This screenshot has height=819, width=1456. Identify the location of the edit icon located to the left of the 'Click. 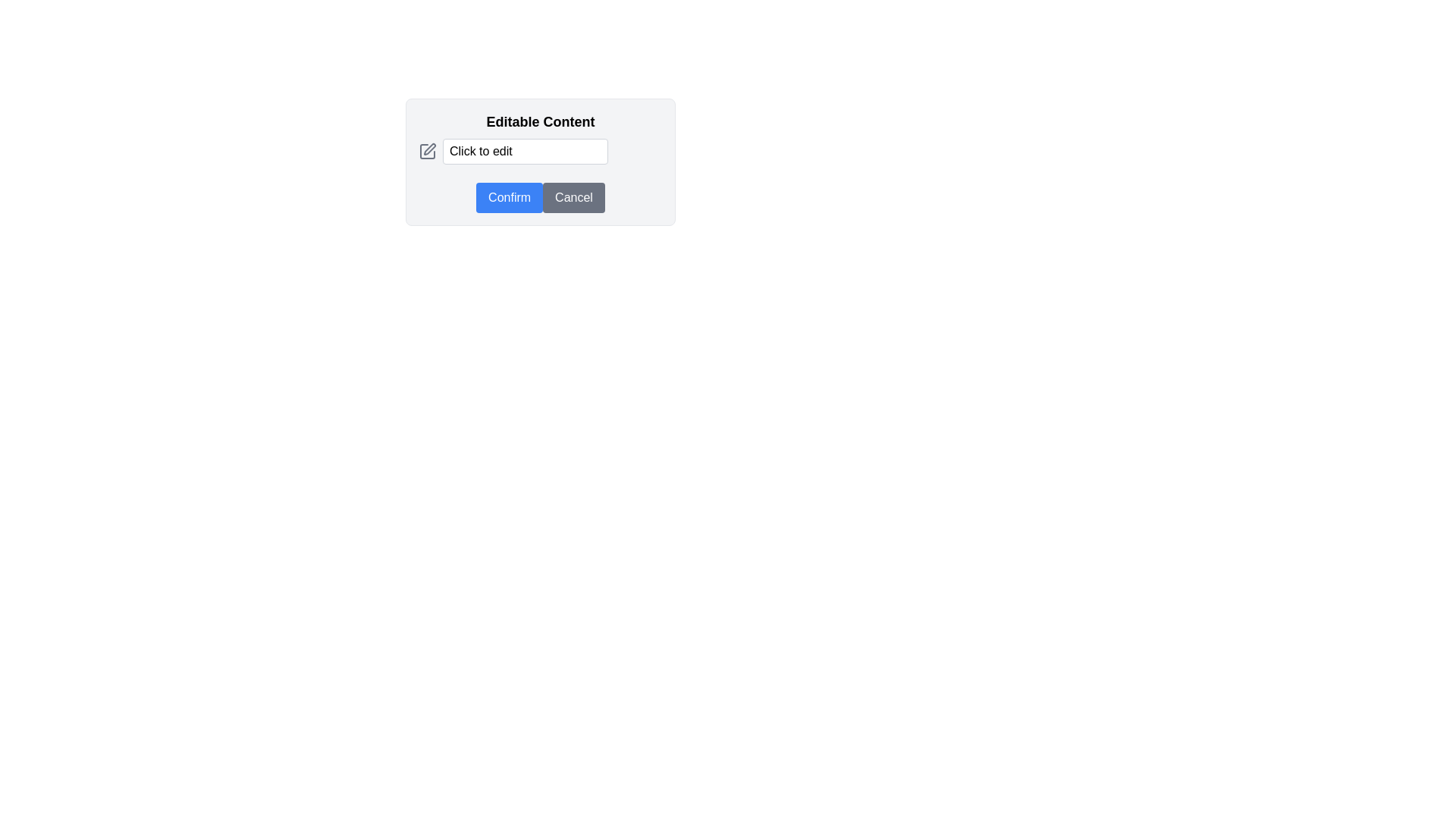
(428, 149).